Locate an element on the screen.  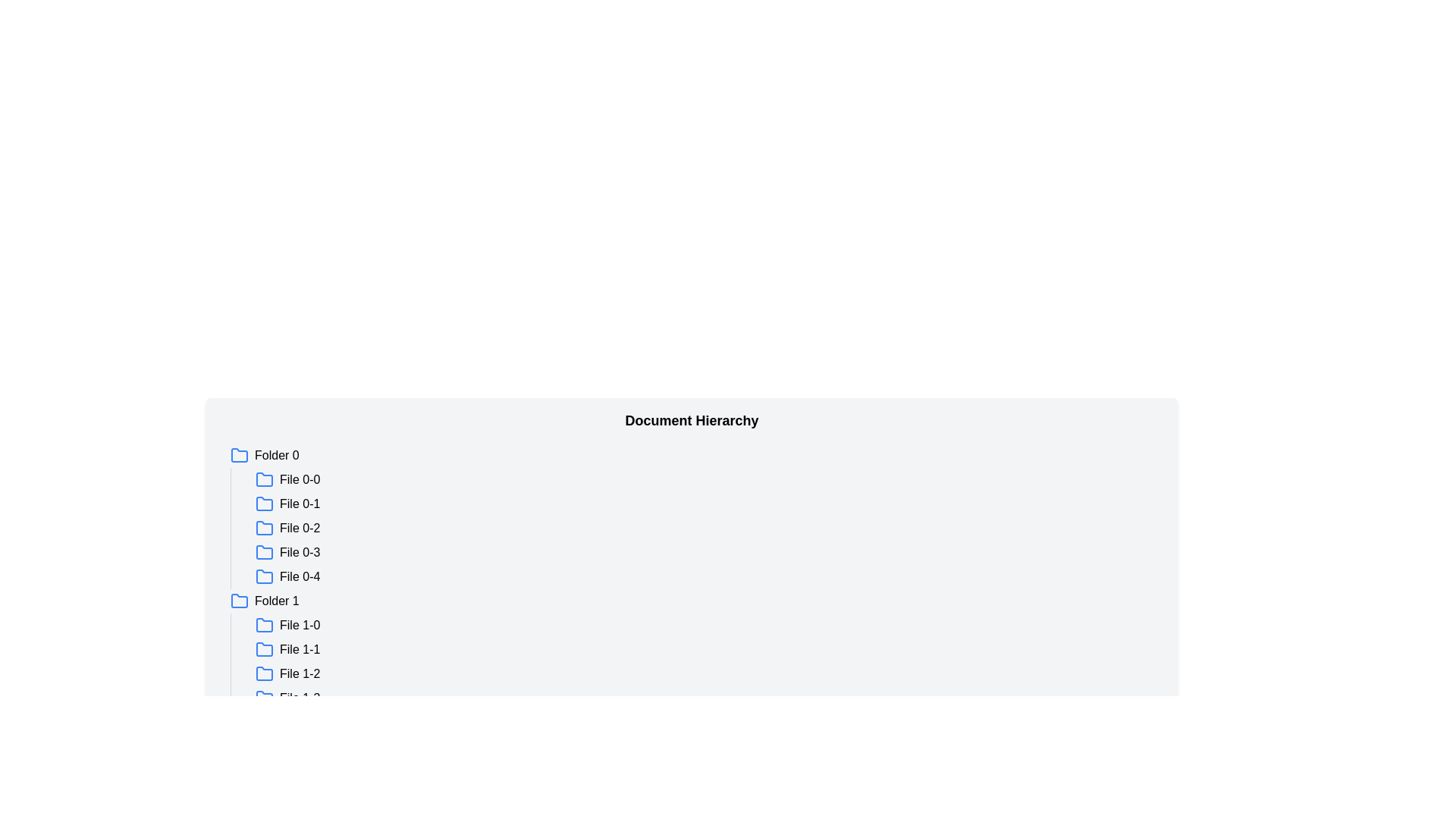
the fourth folder icon with a blue outline located in the 'Folder 1' category alongside the label 'File 1-3' is located at coordinates (265, 698).